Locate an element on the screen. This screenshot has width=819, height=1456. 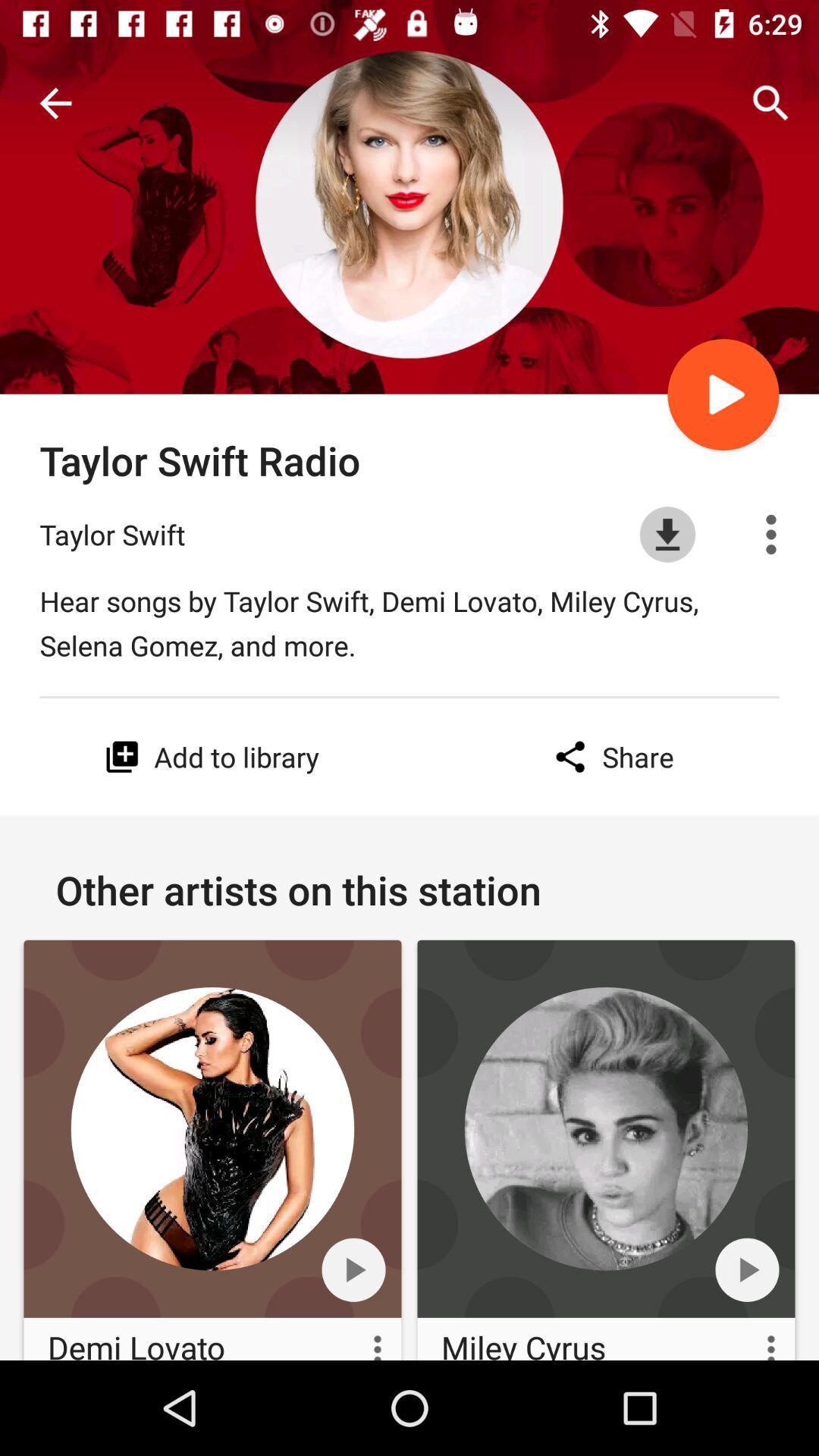
share is located at coordinates (610, 757).